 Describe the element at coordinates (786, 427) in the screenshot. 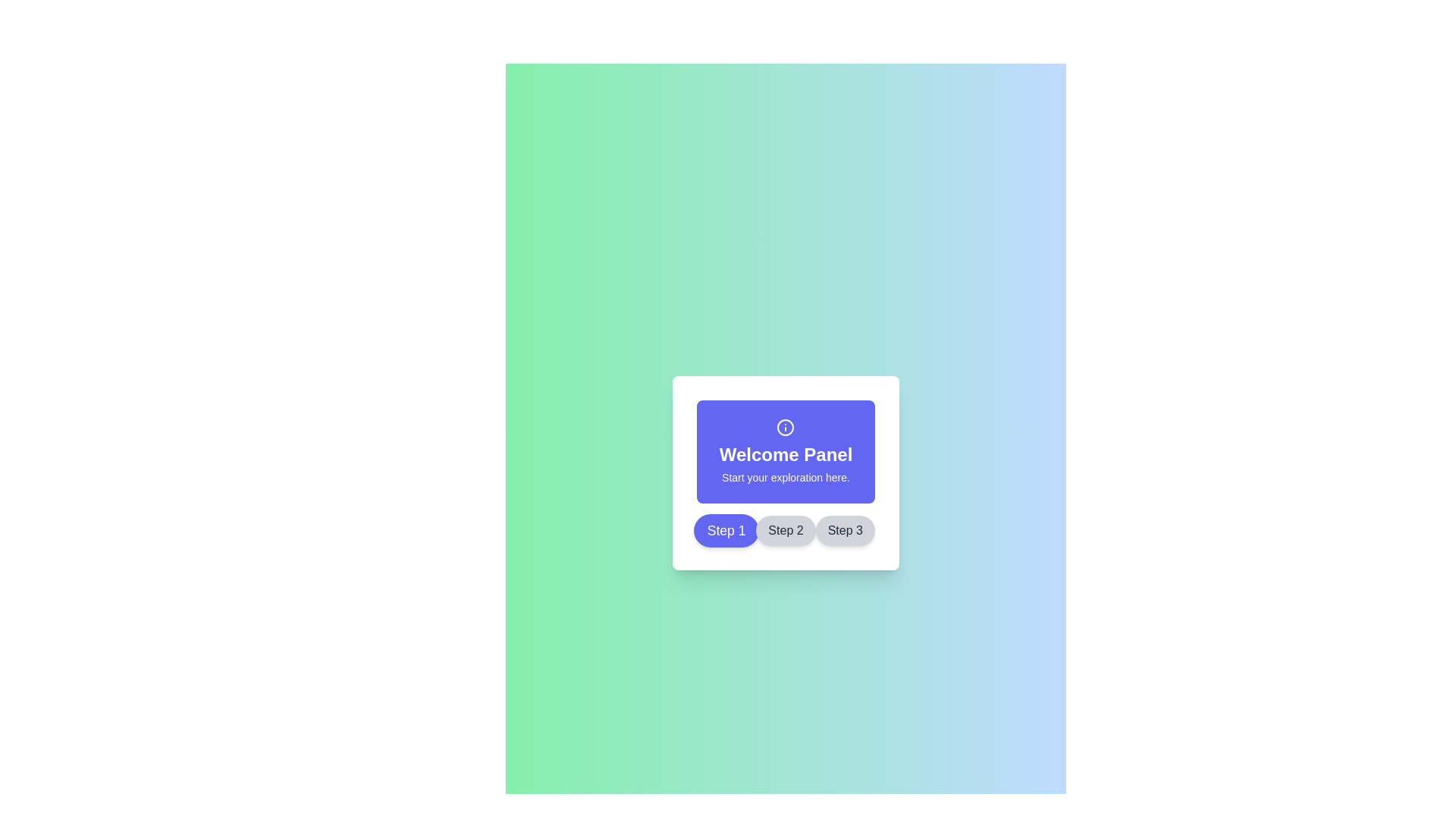

I see `the SVG Circle that represents an informational or decorative feature within the 'Welcome Panel' card in the onboarding interface` at that location.